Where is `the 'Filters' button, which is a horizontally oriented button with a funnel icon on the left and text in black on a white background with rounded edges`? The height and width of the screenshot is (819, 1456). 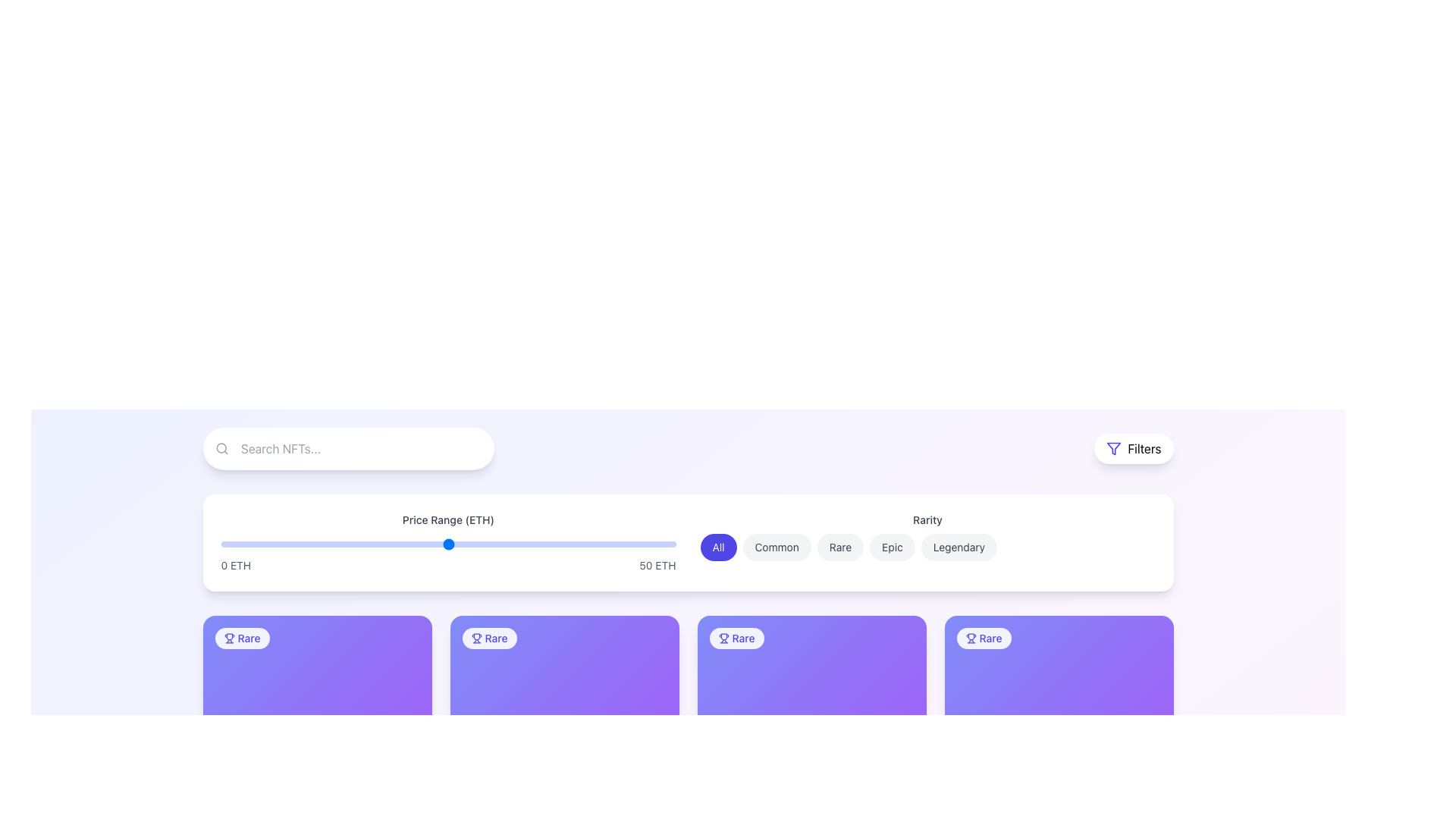
the 'Filters' button, which is a horizontally oriented button with a funnel icon on the left and text in black on a white background with rounded edges is located at coordinates (1134, 447).